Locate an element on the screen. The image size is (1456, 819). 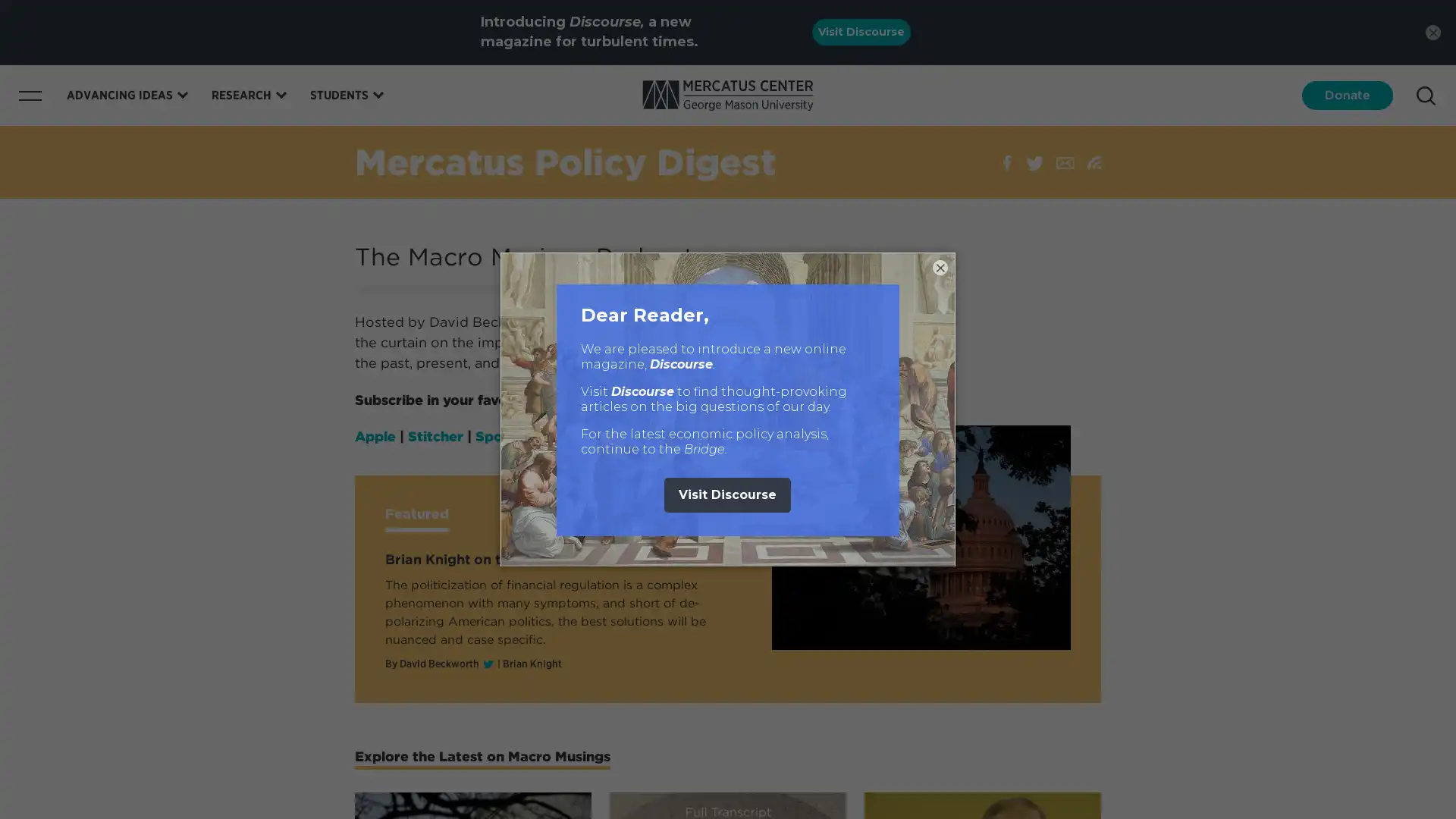
show search is located at coordinates (1425, 96).